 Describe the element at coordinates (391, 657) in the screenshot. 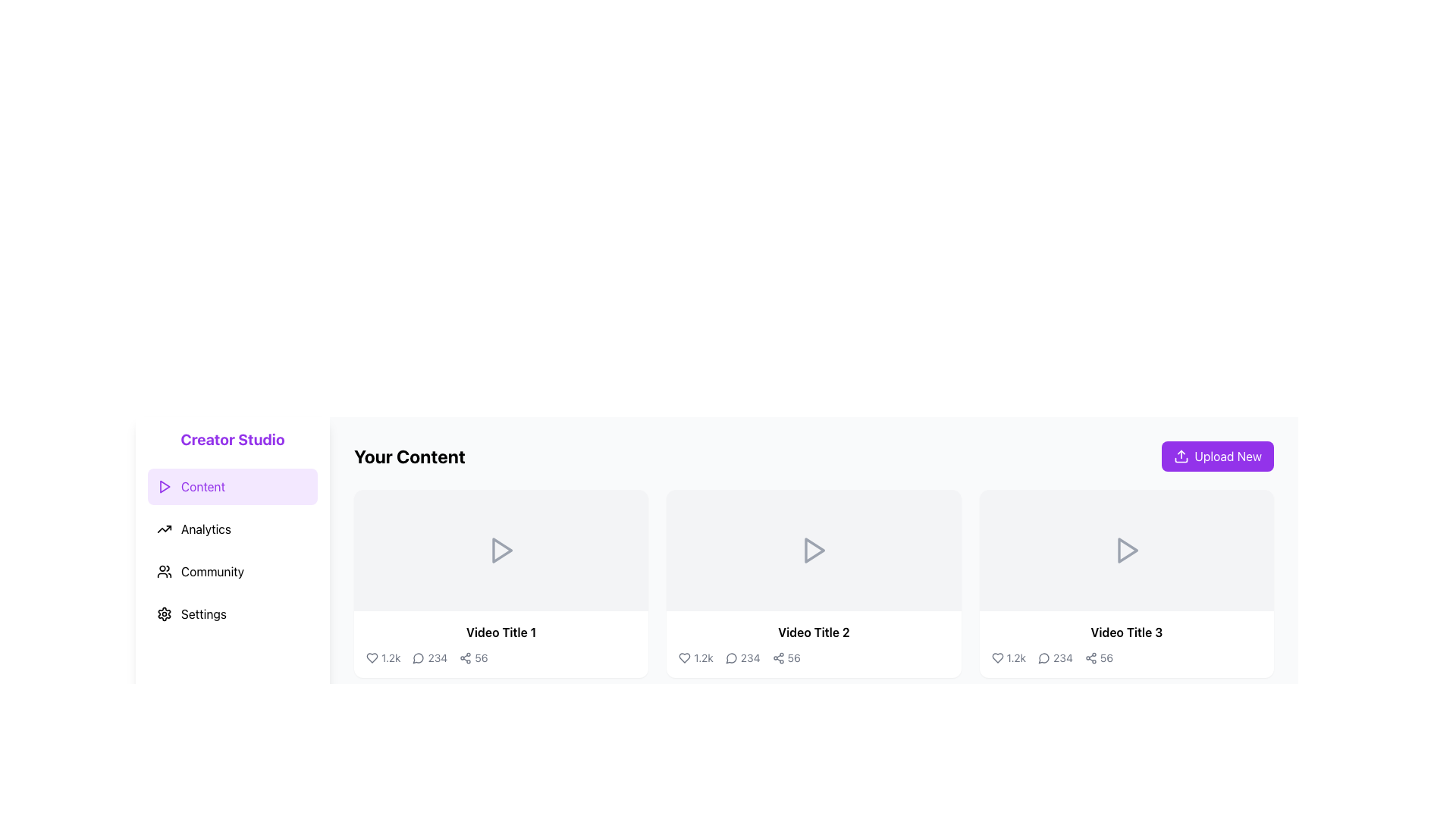

I see `the text display showing '1.2k' located below 'Video Title 1' and to the right of the heart icon, which is the rightmost element in its group` at that location.